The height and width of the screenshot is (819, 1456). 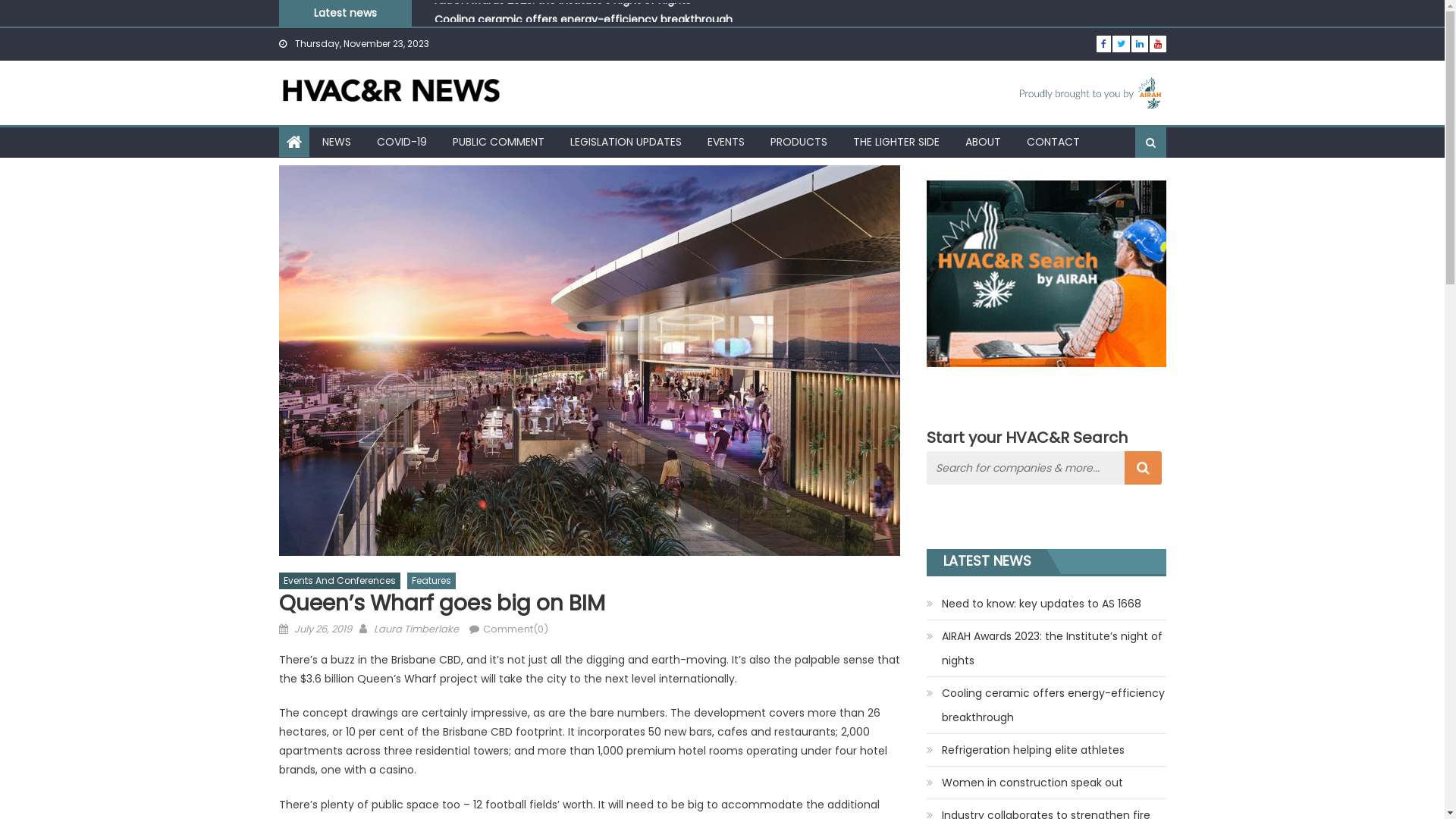 I want to click on 'ABOUT', so click(x=983, y=141).